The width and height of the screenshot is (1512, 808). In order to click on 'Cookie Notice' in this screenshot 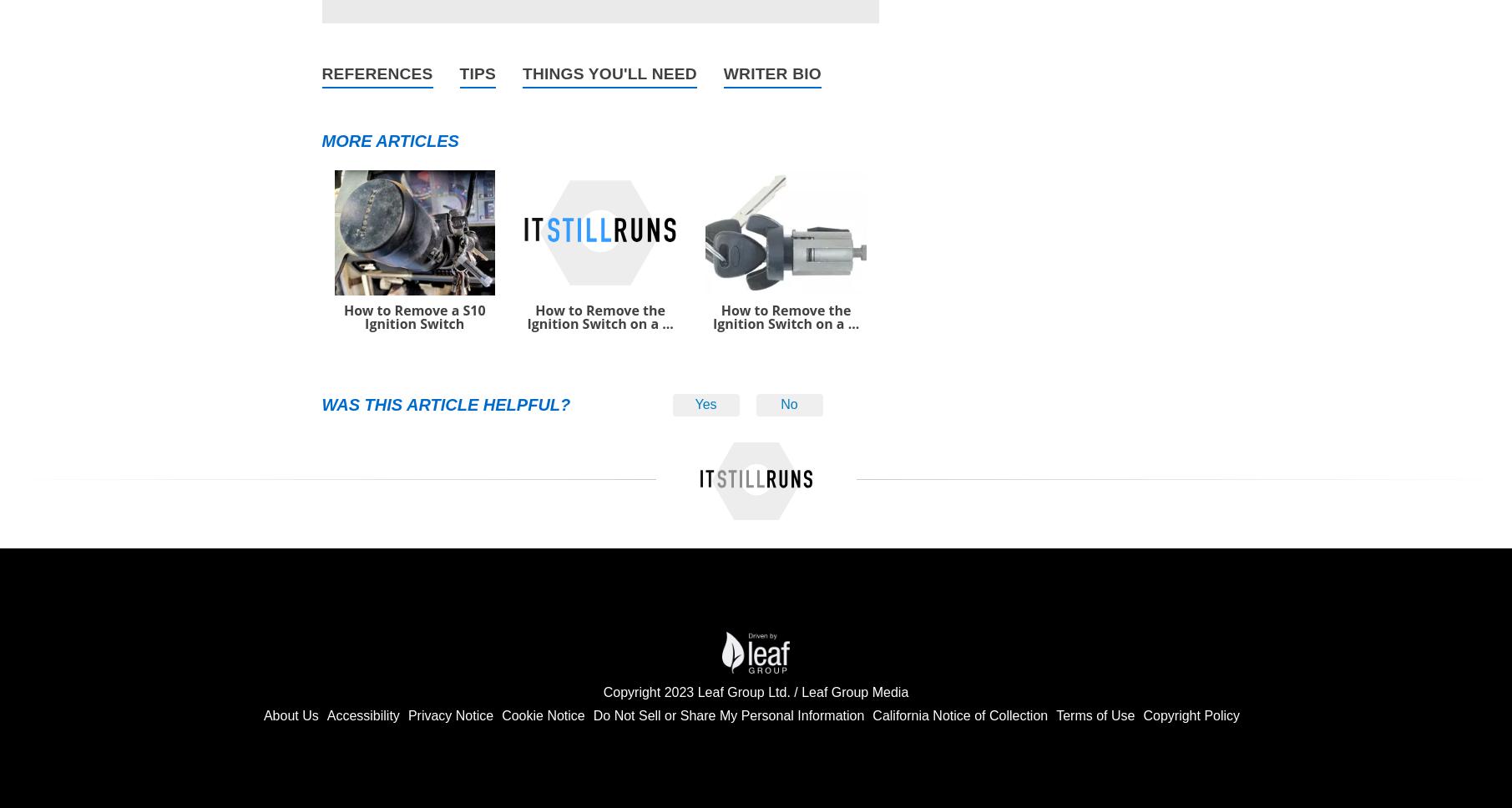, I will do `click(543, 715)`.